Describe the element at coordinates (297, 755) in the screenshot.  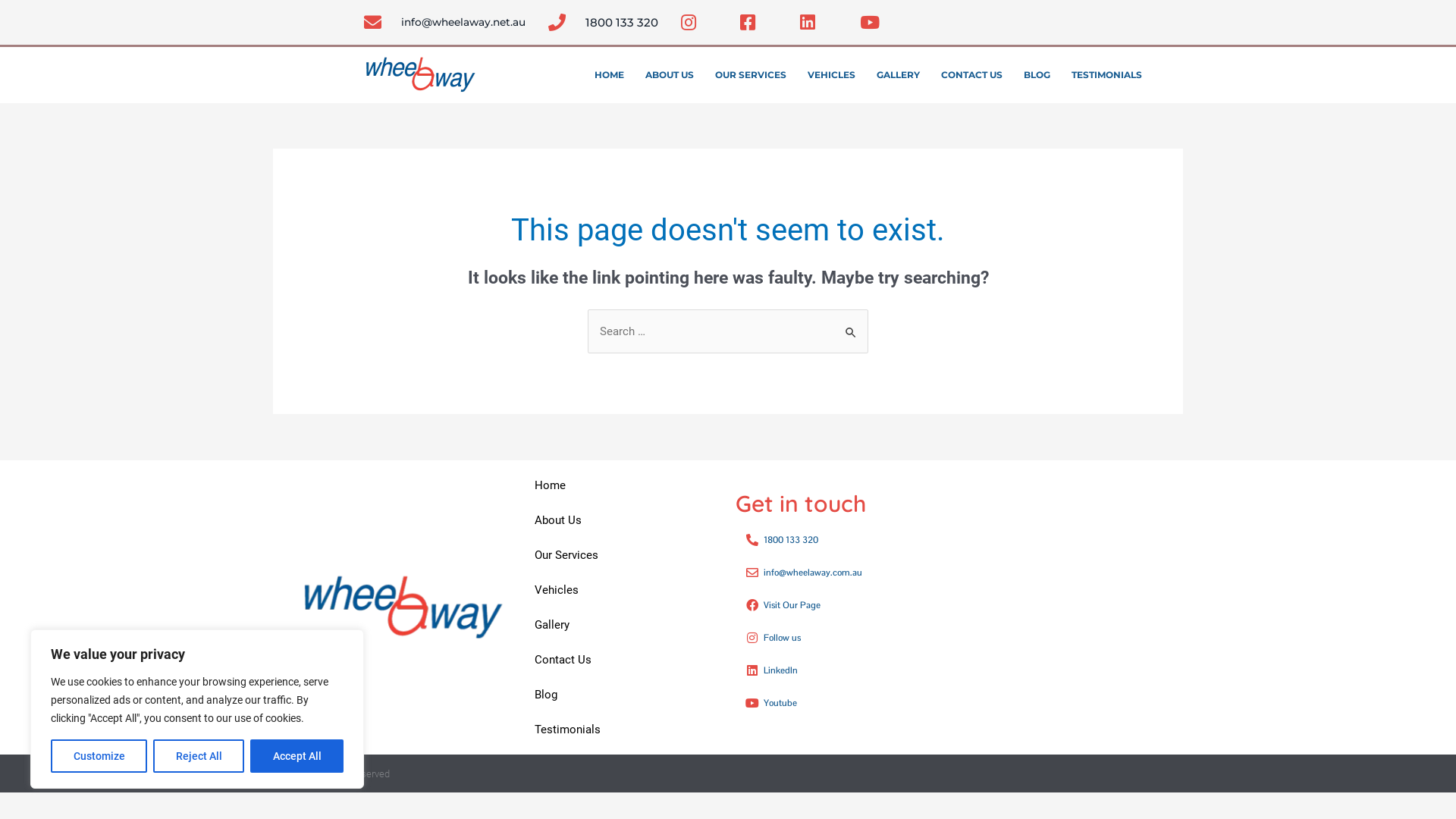
I see `'Accept All'` at that location.